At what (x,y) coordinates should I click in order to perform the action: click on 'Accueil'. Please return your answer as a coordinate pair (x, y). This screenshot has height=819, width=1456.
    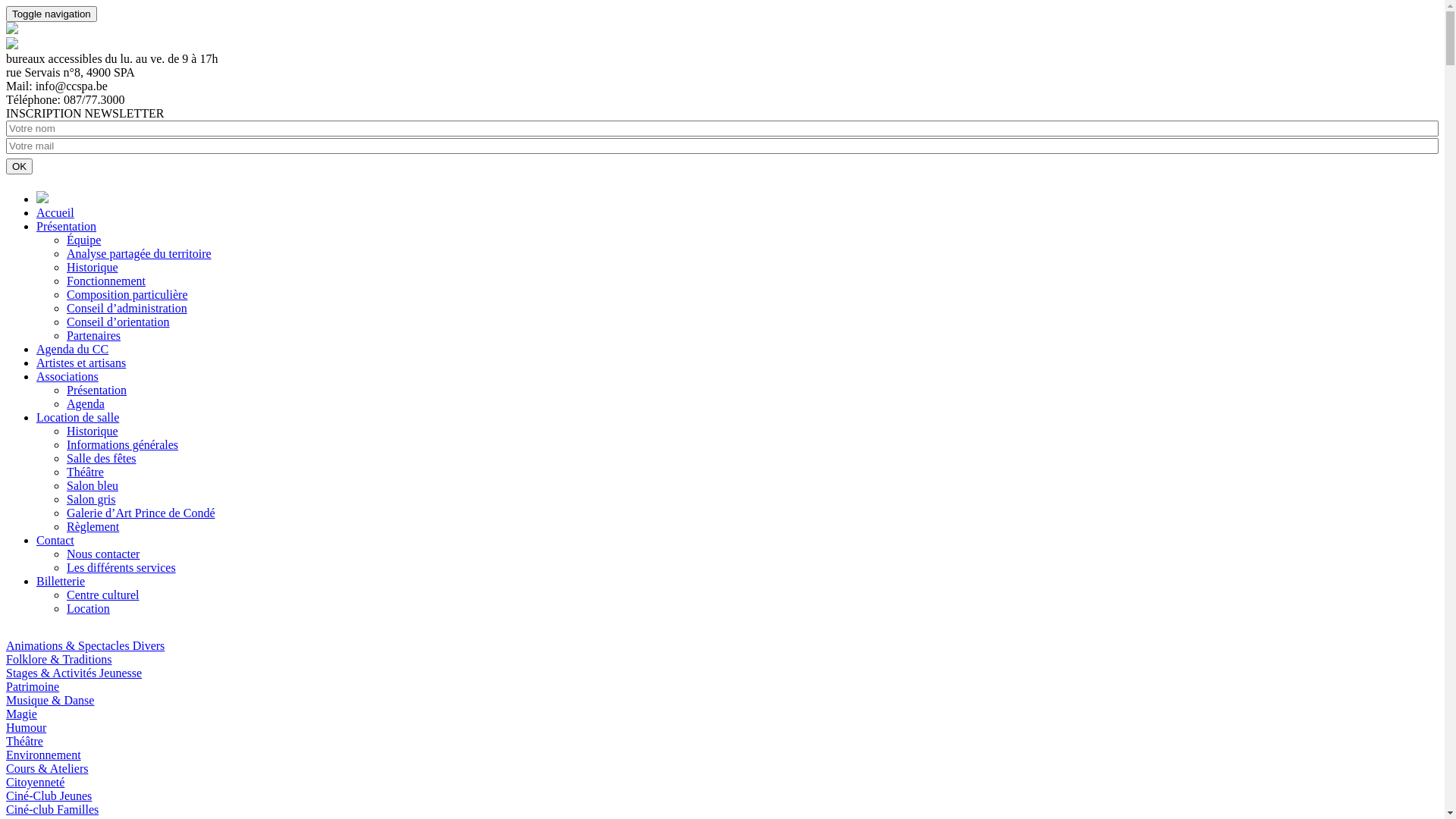
    Looking at the image, I should click on (55, 212).